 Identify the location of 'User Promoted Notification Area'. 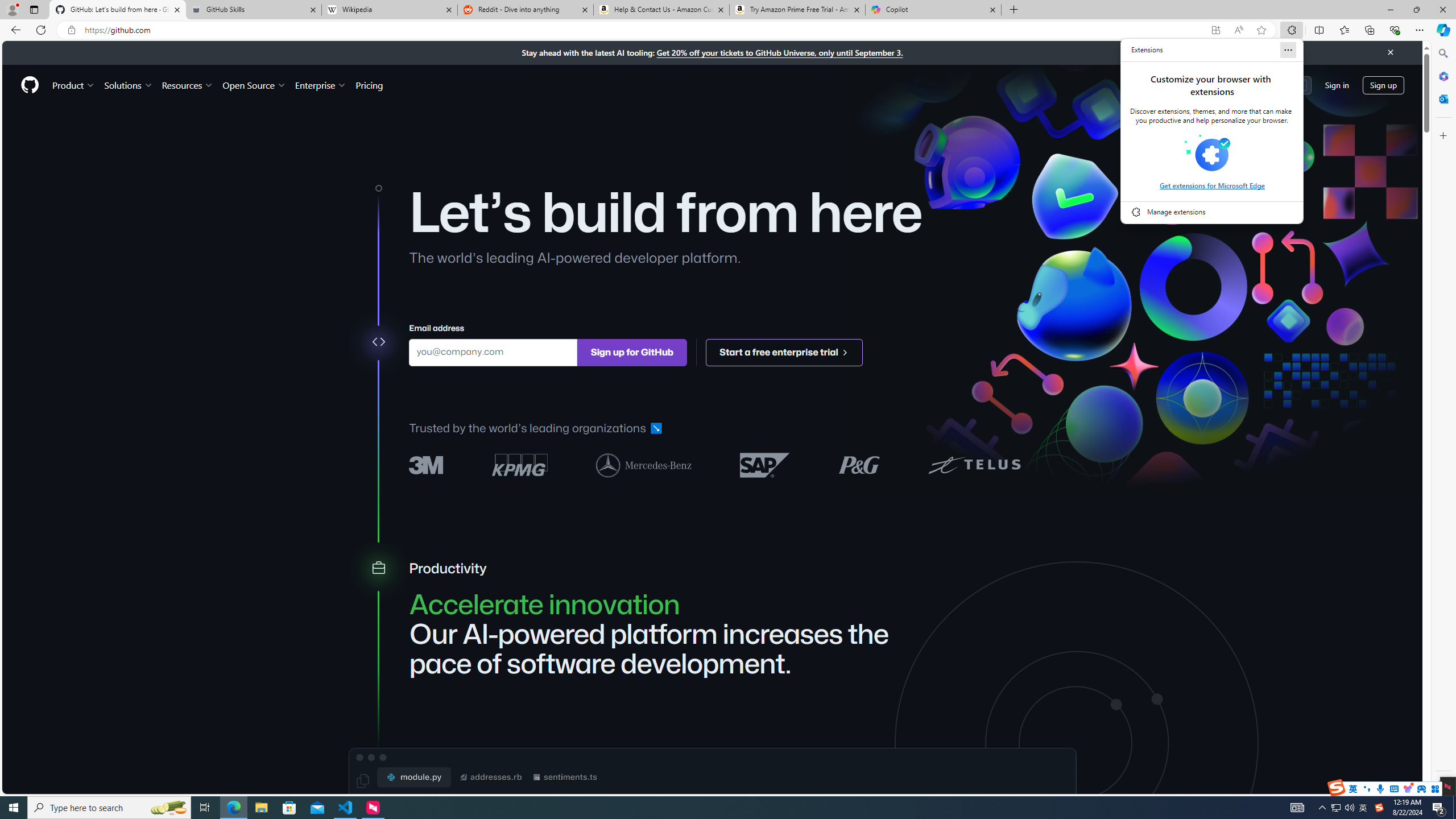
(1342, 806).